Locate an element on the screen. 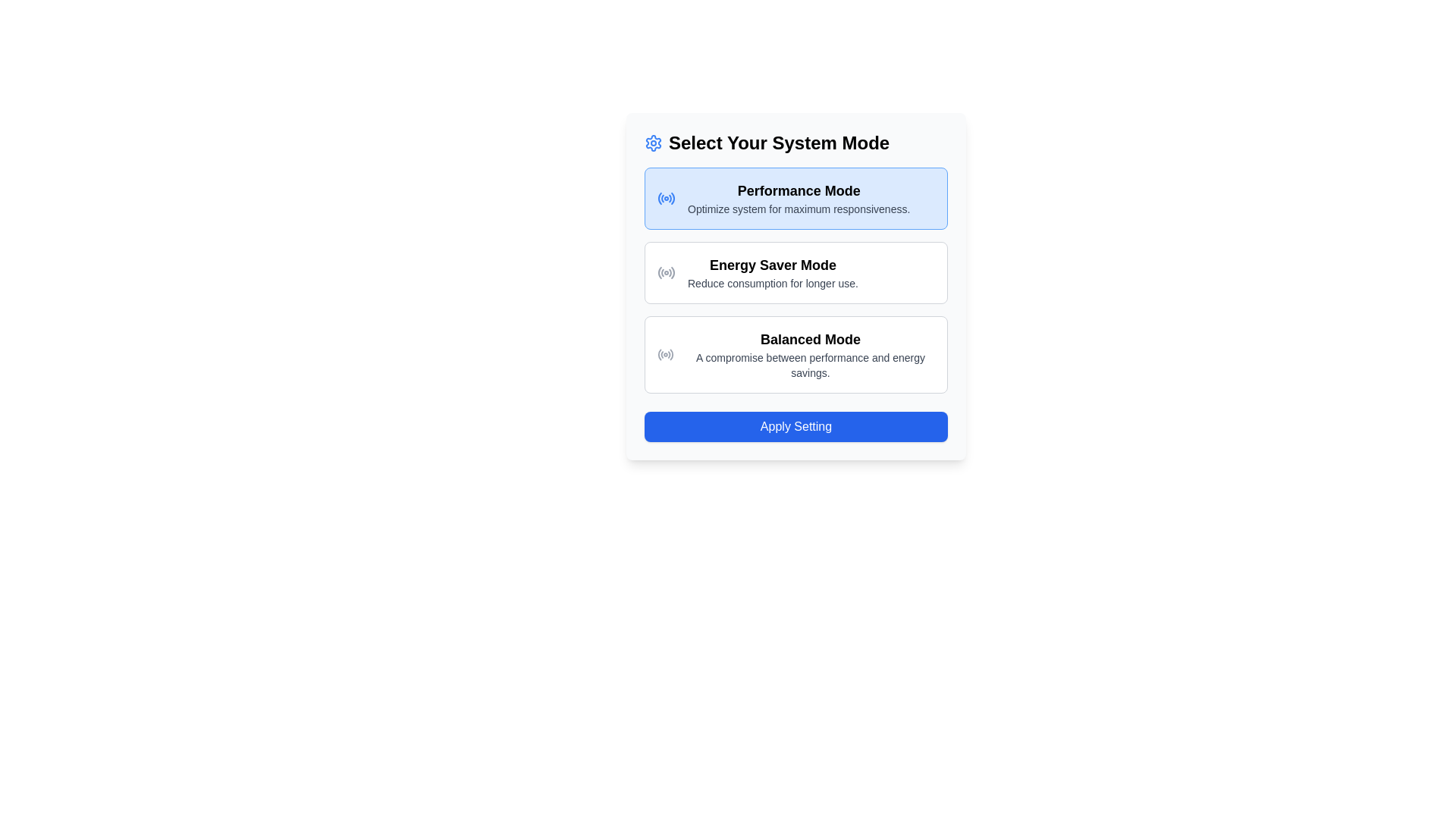 The image size is (1456, 819). the fifth segment of the 'Balanced Mode' selection option's radio wave icon, which visually indicates association with network or radio concepts is located at coordinates (670, 354).